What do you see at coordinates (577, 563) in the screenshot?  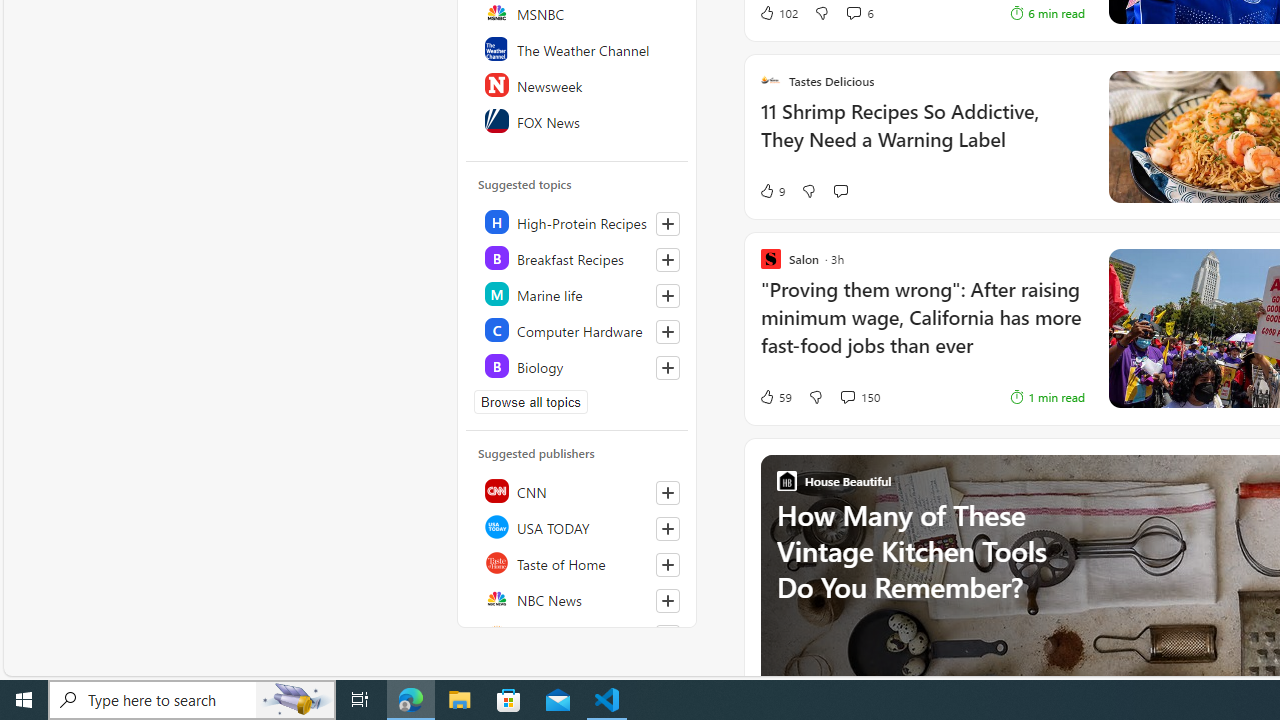 I see `'Taste of Home'` at bounding box center [577, 563].